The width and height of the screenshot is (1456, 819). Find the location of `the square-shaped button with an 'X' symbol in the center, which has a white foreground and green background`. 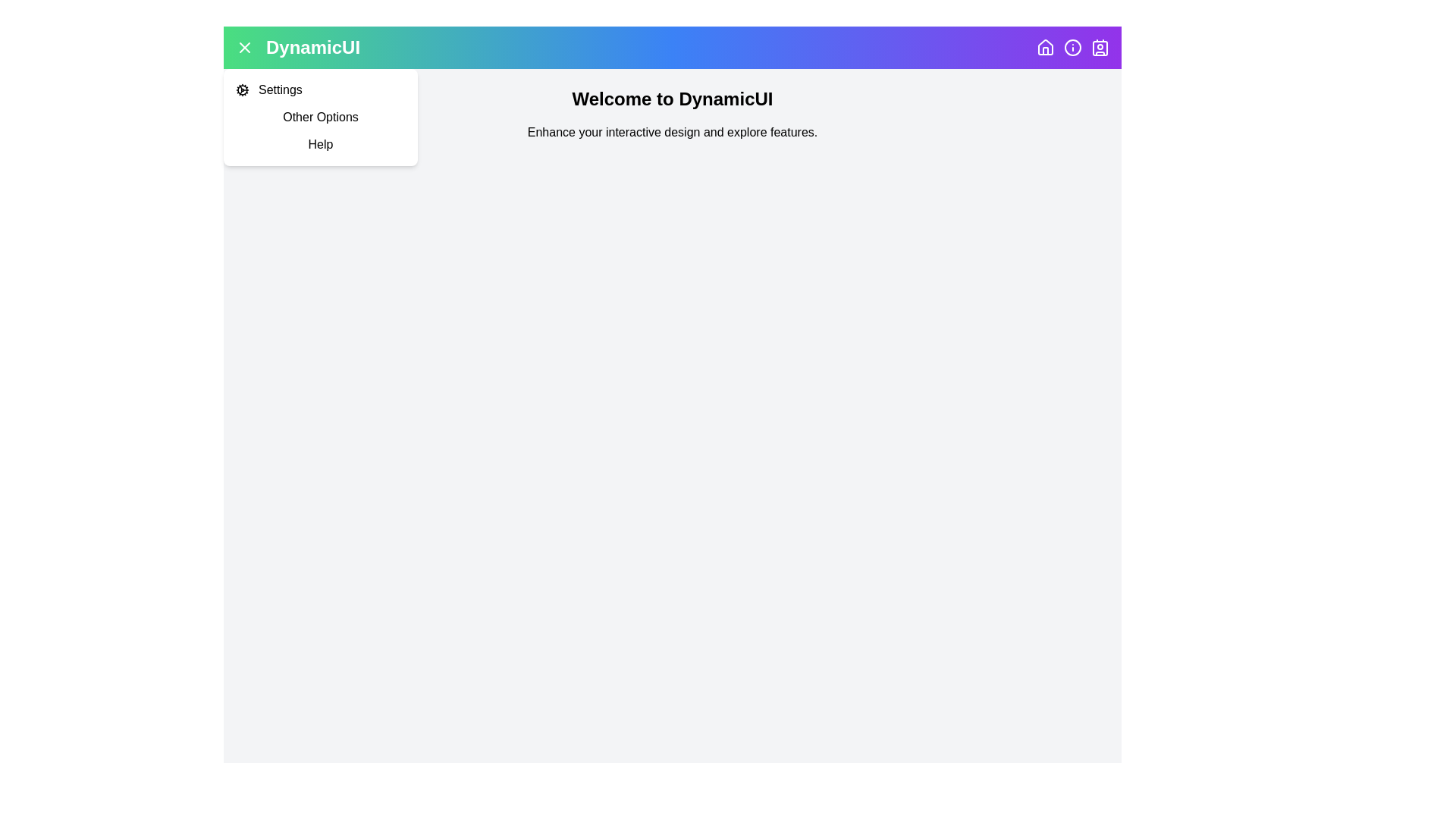

the square-shaped button with an 'X' symbol in the center, which has a white foreground and green background is located at coordinates (244, 46).